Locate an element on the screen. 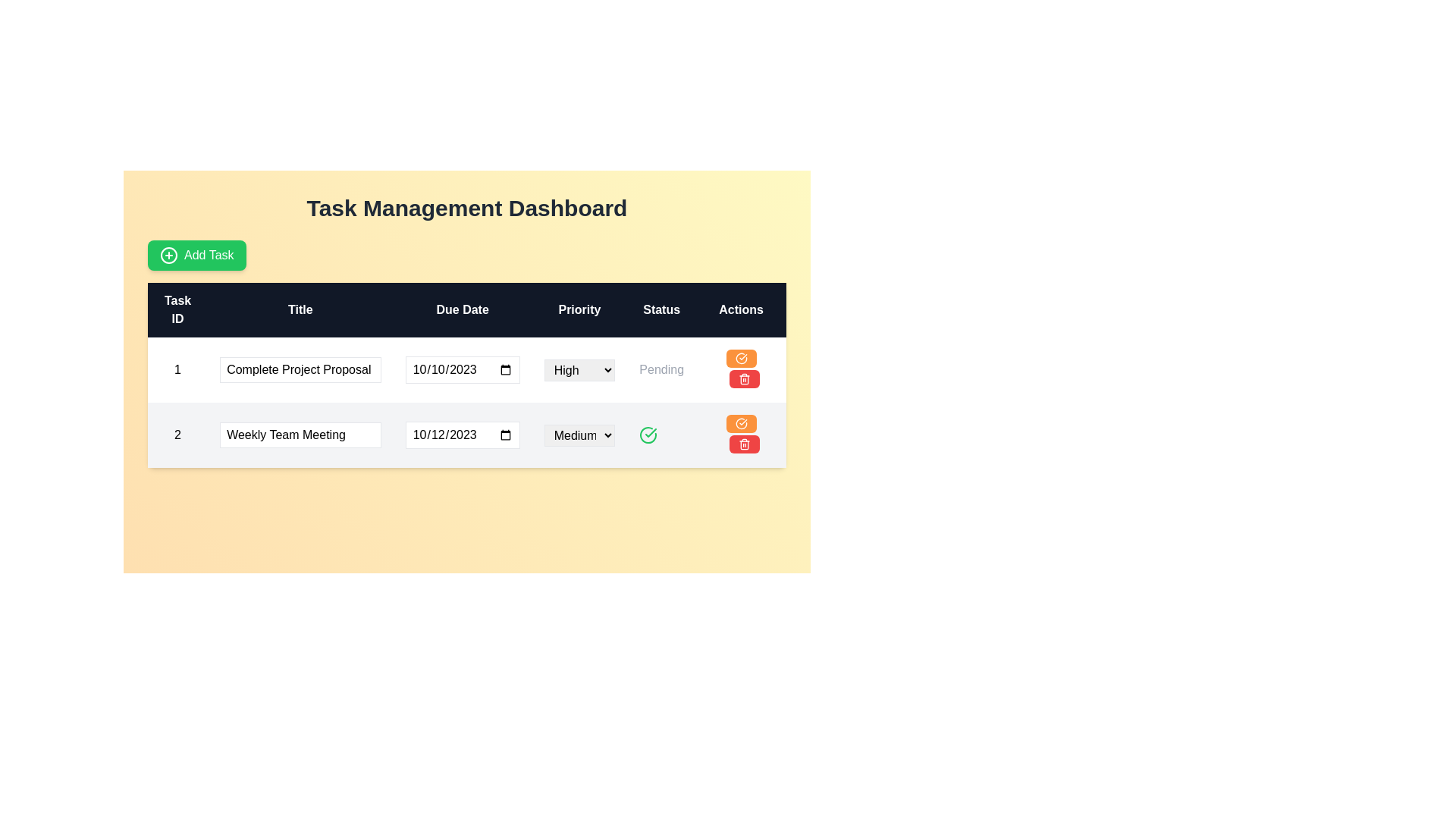 This screenshot has width=1456, height=819. the Header or Title that displays 'Task Management Dashboard', which is a large, bold text element positioned at the top center of the interface is located at coordinates (466, 208).